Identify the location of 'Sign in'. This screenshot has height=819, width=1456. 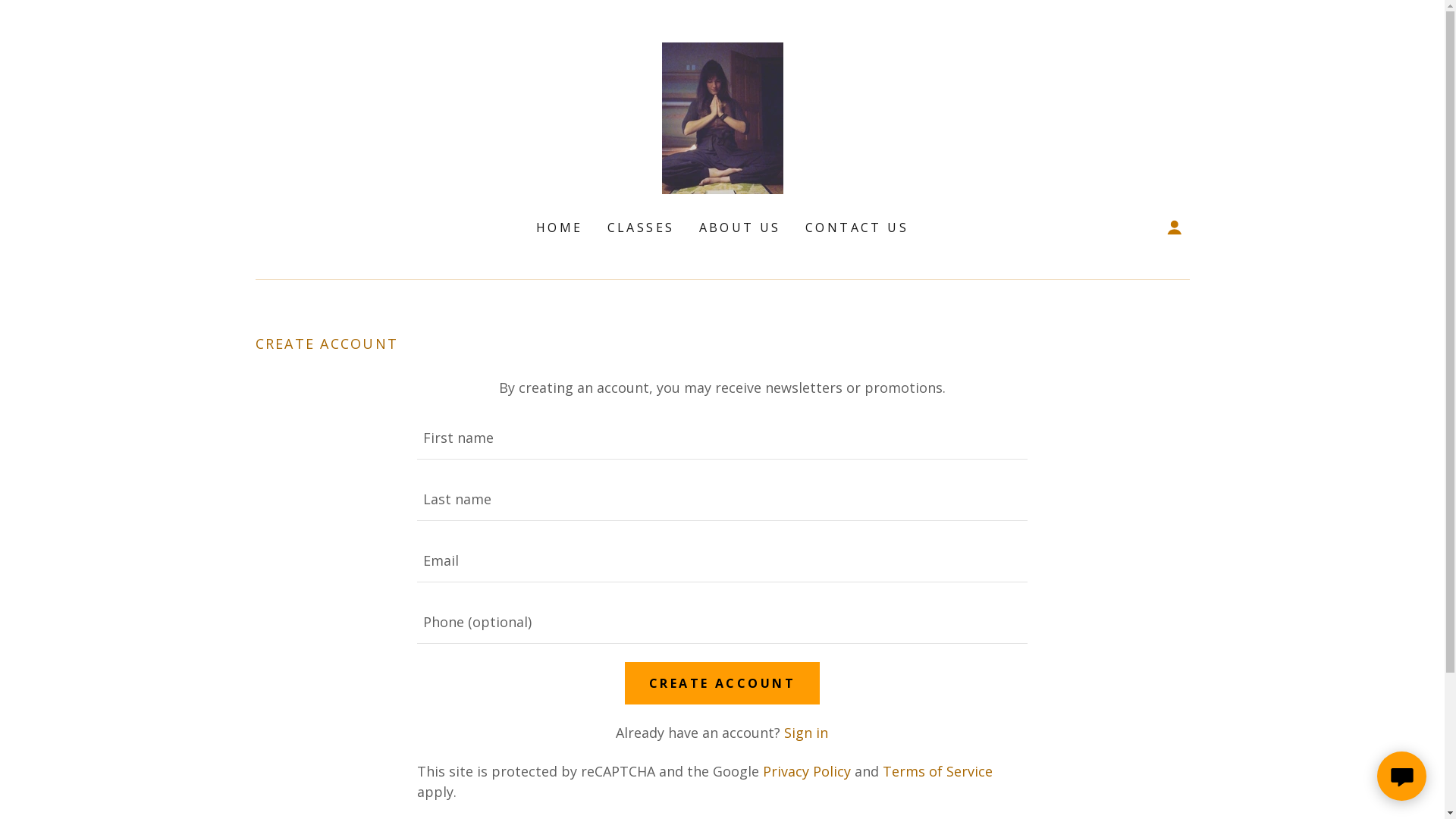
(805, 731).